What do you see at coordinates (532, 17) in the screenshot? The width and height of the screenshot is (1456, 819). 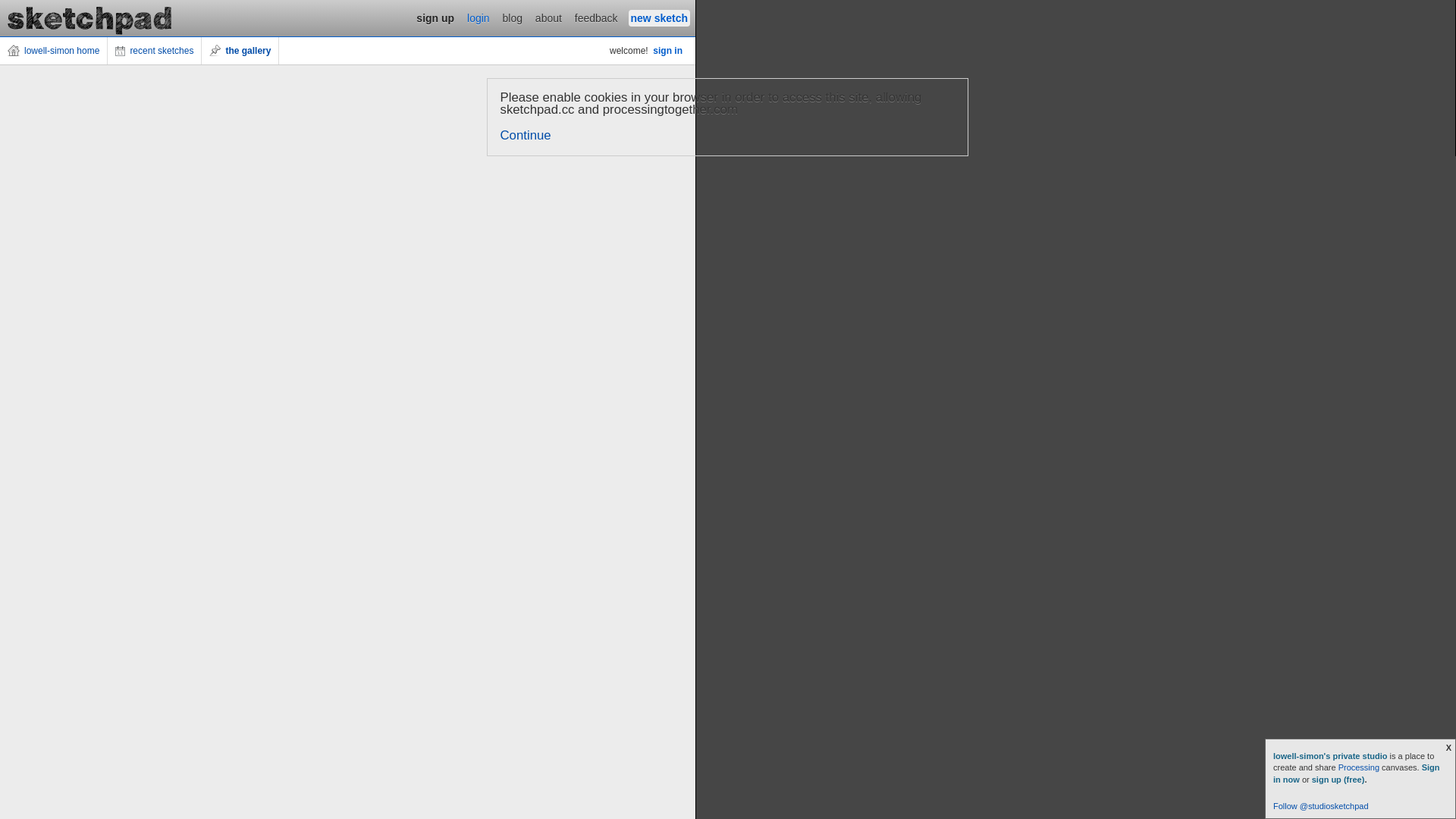 I see `'about'` at bounding box center [532, 17].